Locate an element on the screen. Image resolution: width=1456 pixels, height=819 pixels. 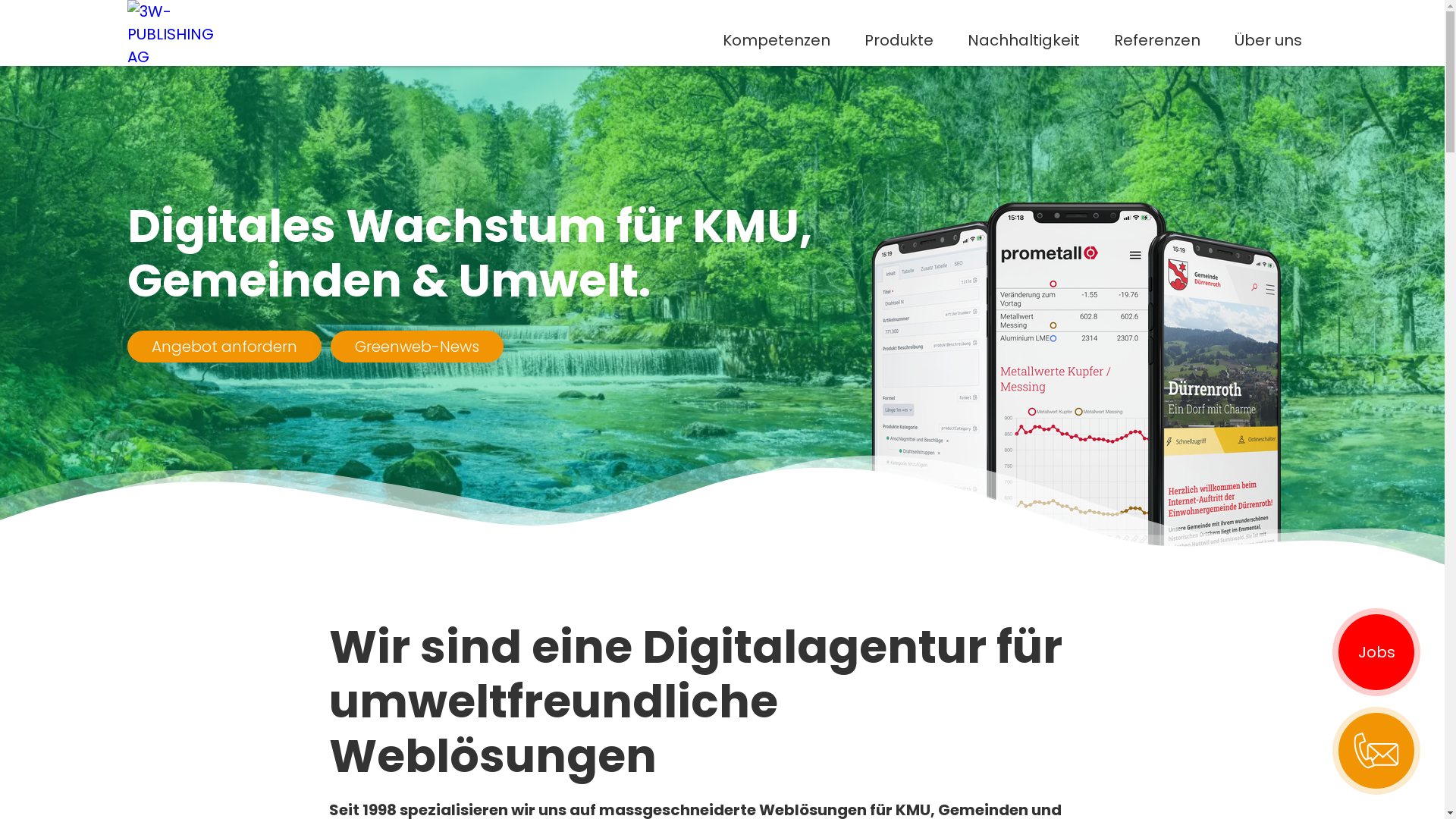
'Nachhaltigkeit' is located at coordinates (1023, 39).